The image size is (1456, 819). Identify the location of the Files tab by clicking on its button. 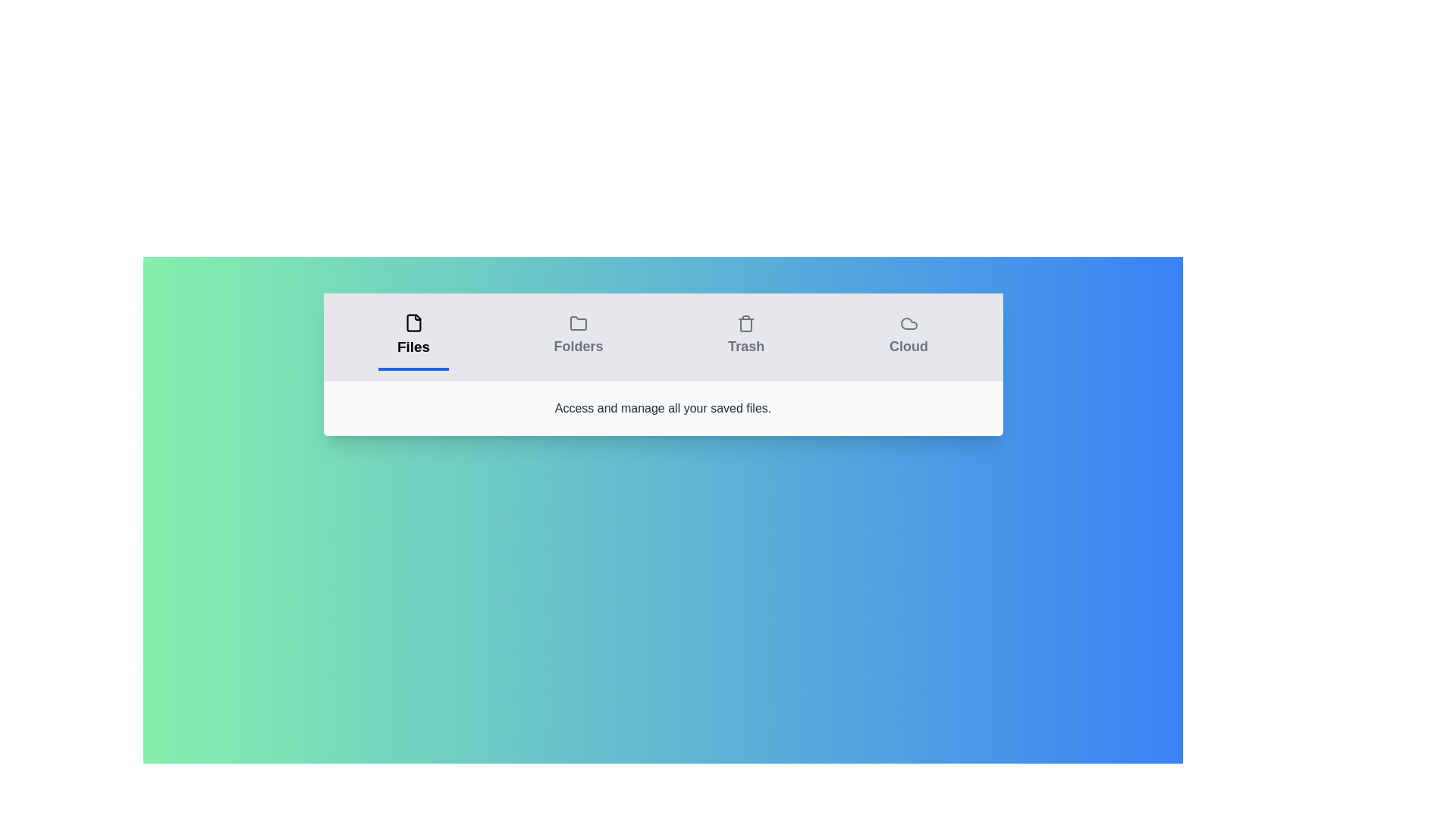
(413, 336).